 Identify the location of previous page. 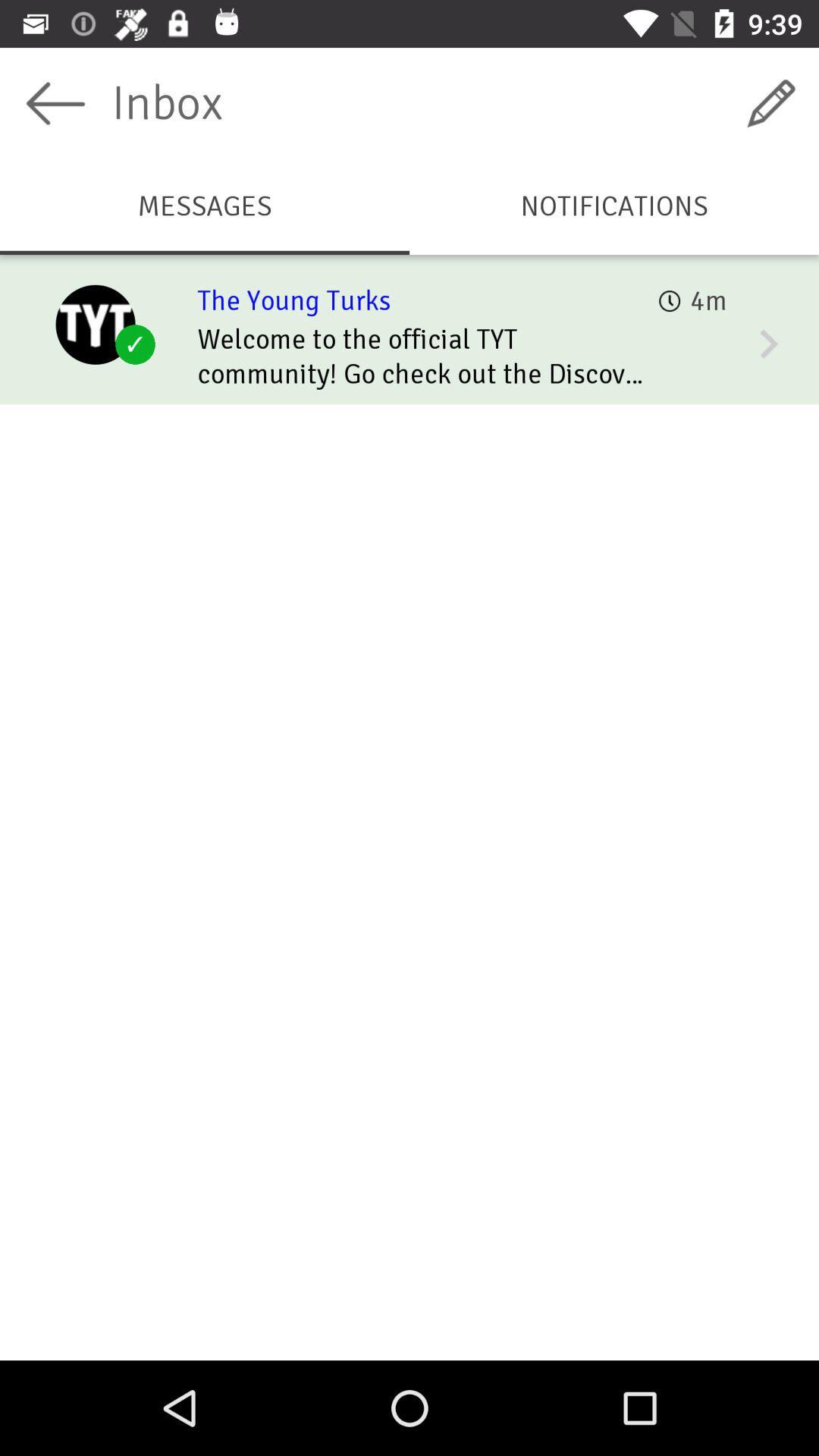
(55, 102).